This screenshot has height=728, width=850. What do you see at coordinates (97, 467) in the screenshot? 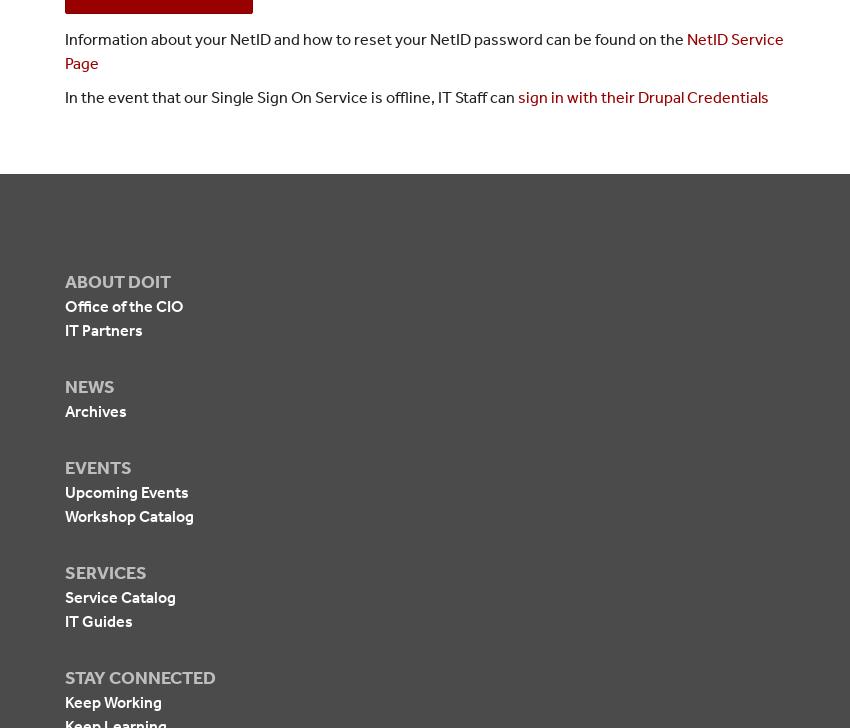
I see `'Events'` at bounding box center [97, 467].